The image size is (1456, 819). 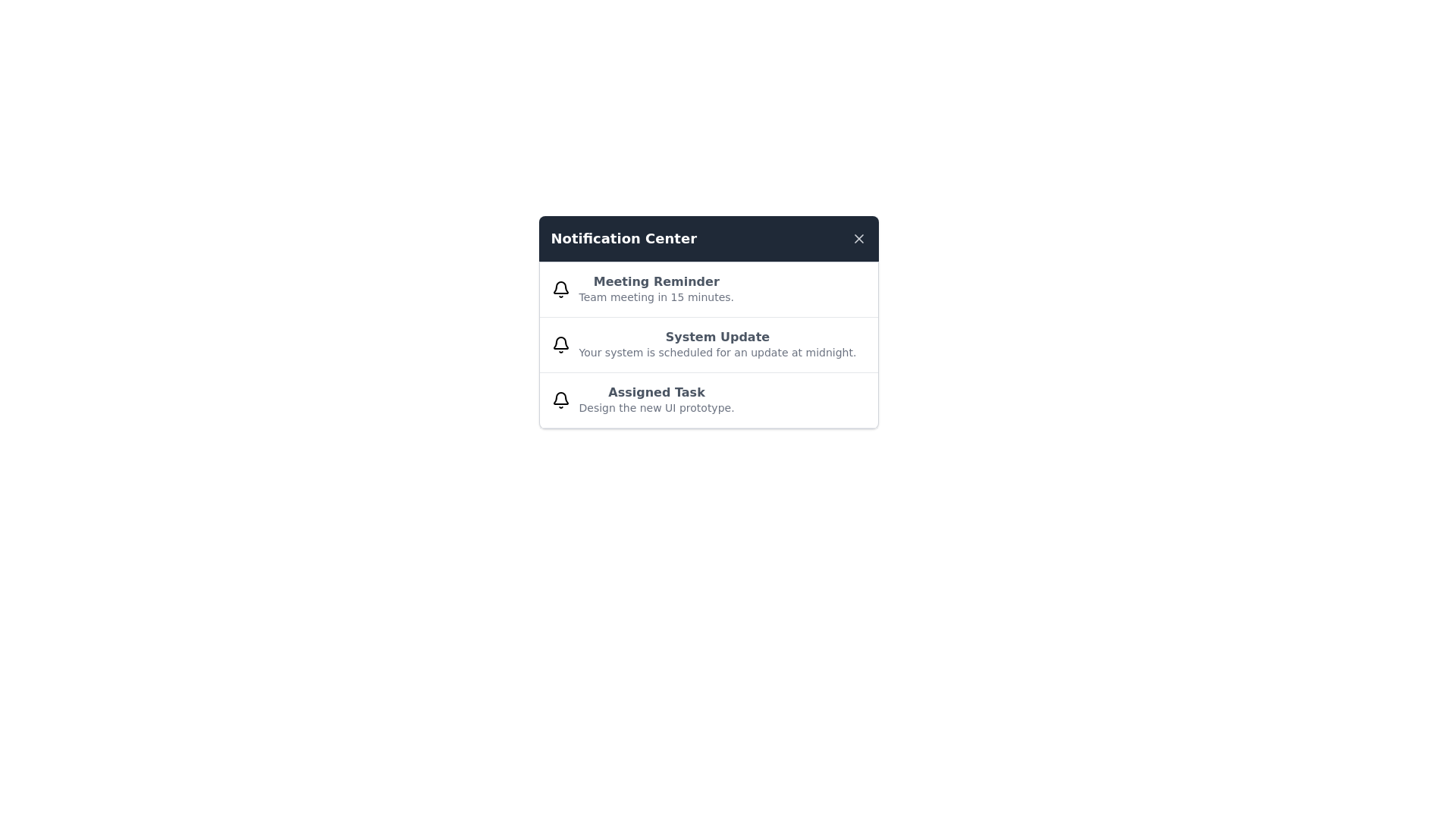 What do you see at coordinates (858, 239) in the screenshot?
I see `the small interactive 'X' icon button in the top-right corner of the 'Notification Center' header` at bounding box center [858, 239].